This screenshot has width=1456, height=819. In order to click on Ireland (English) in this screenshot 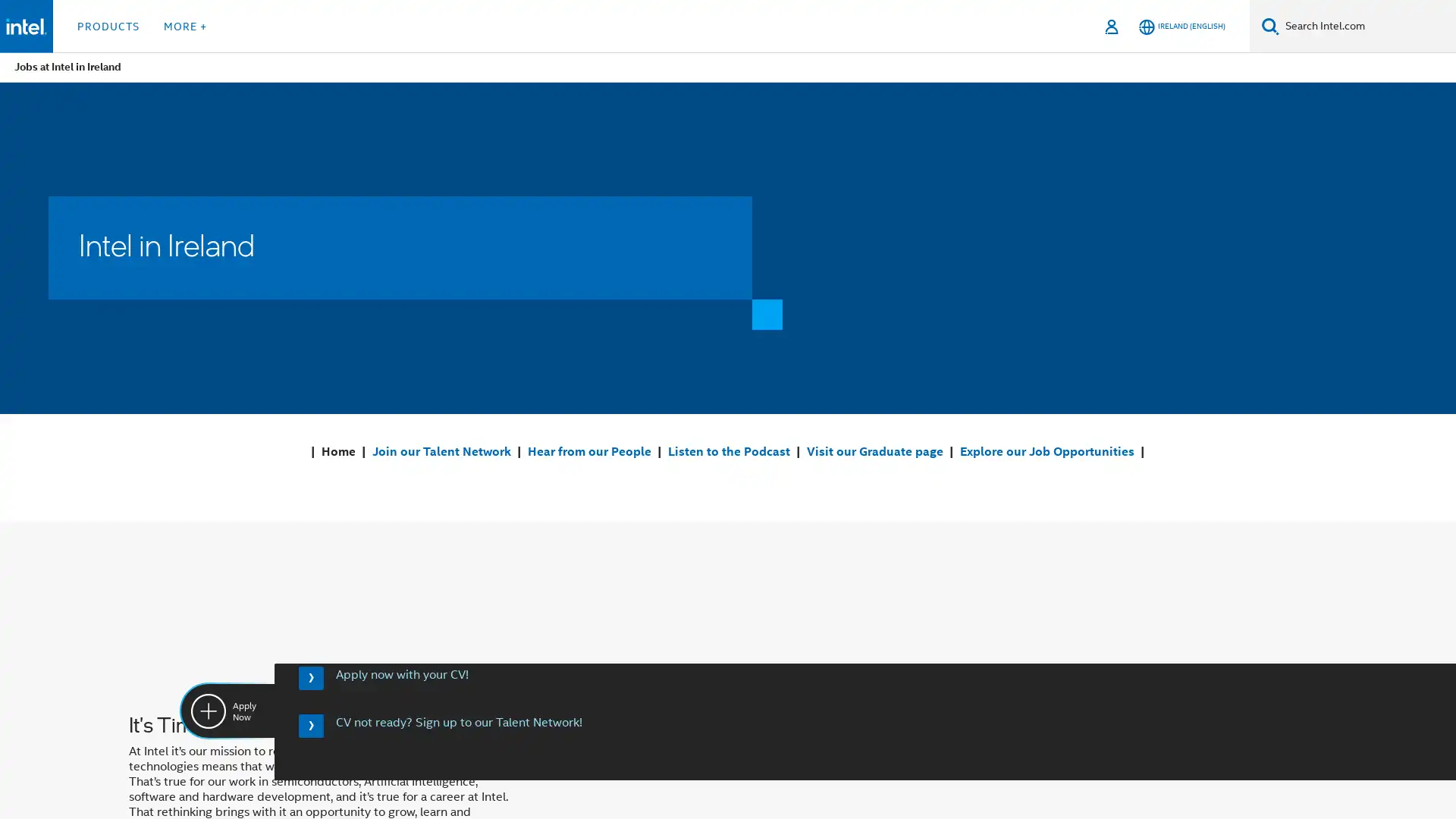, I will do `click(1181, 26)`.